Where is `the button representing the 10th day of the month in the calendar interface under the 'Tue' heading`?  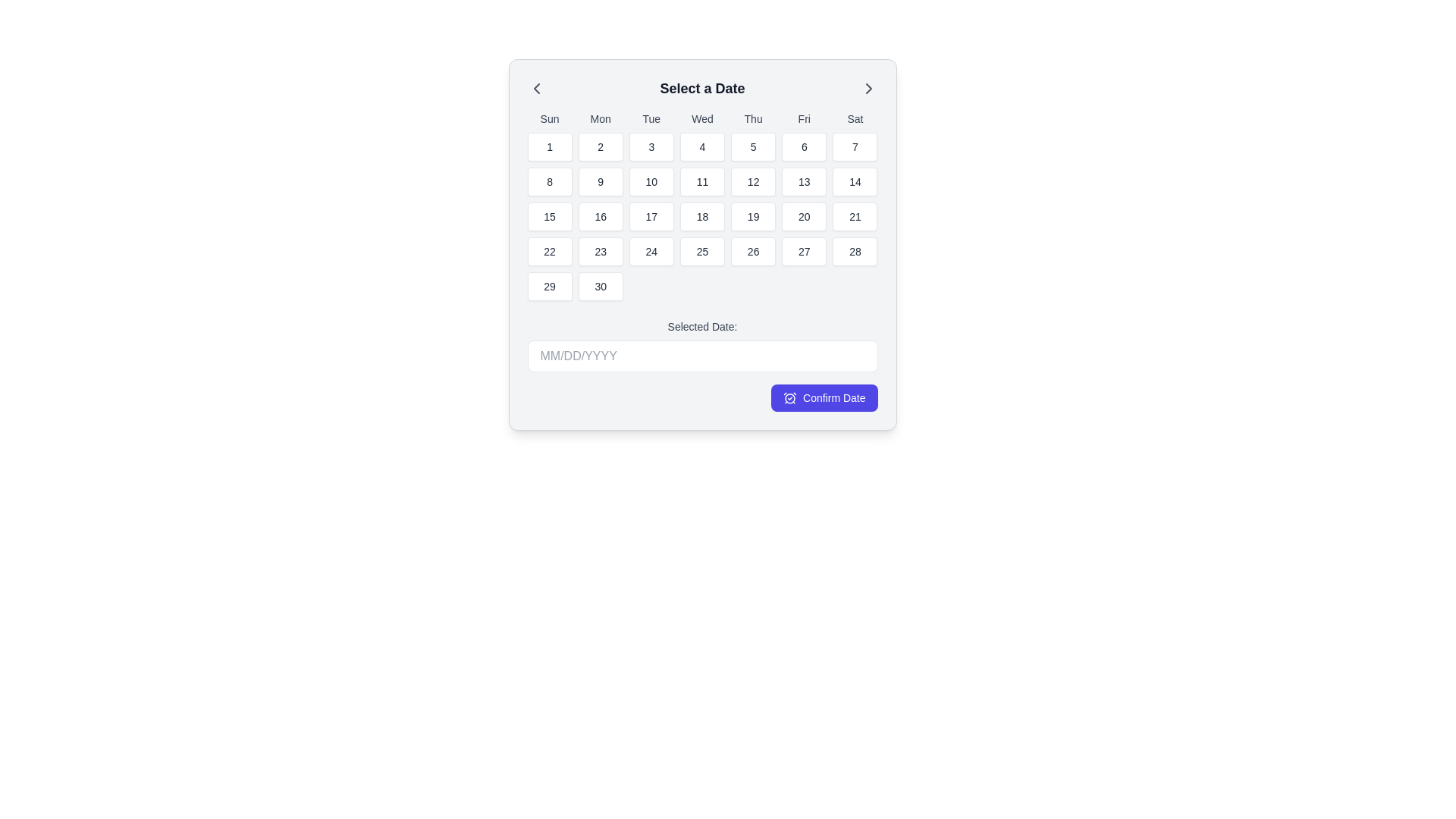
the button representing the 10th day of the month in the calendar interface under the 'Tue' heading is located at coordinates (651, 180).